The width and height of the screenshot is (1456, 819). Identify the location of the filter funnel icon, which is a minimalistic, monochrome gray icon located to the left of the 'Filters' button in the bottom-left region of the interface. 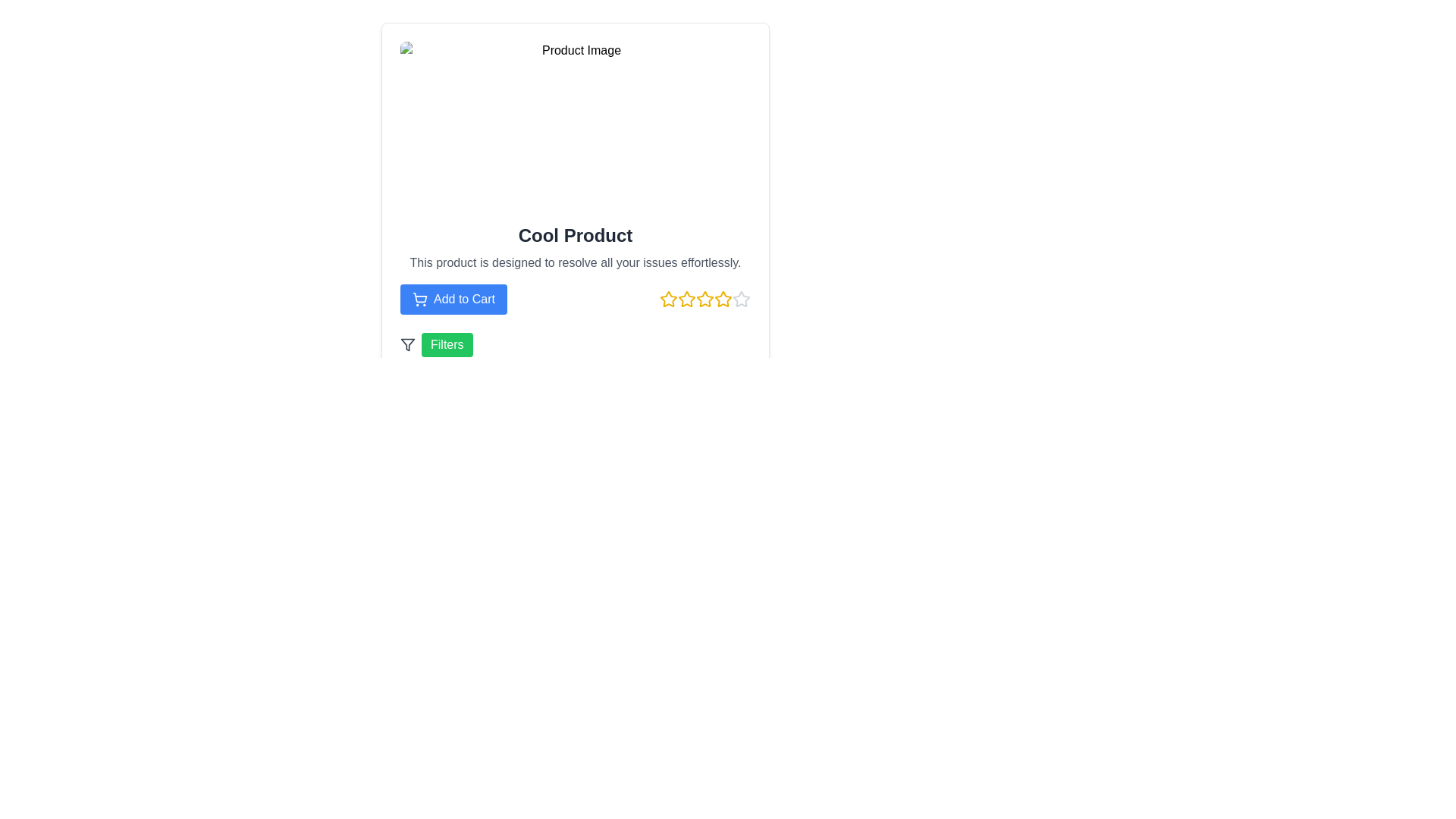
(407, 345).